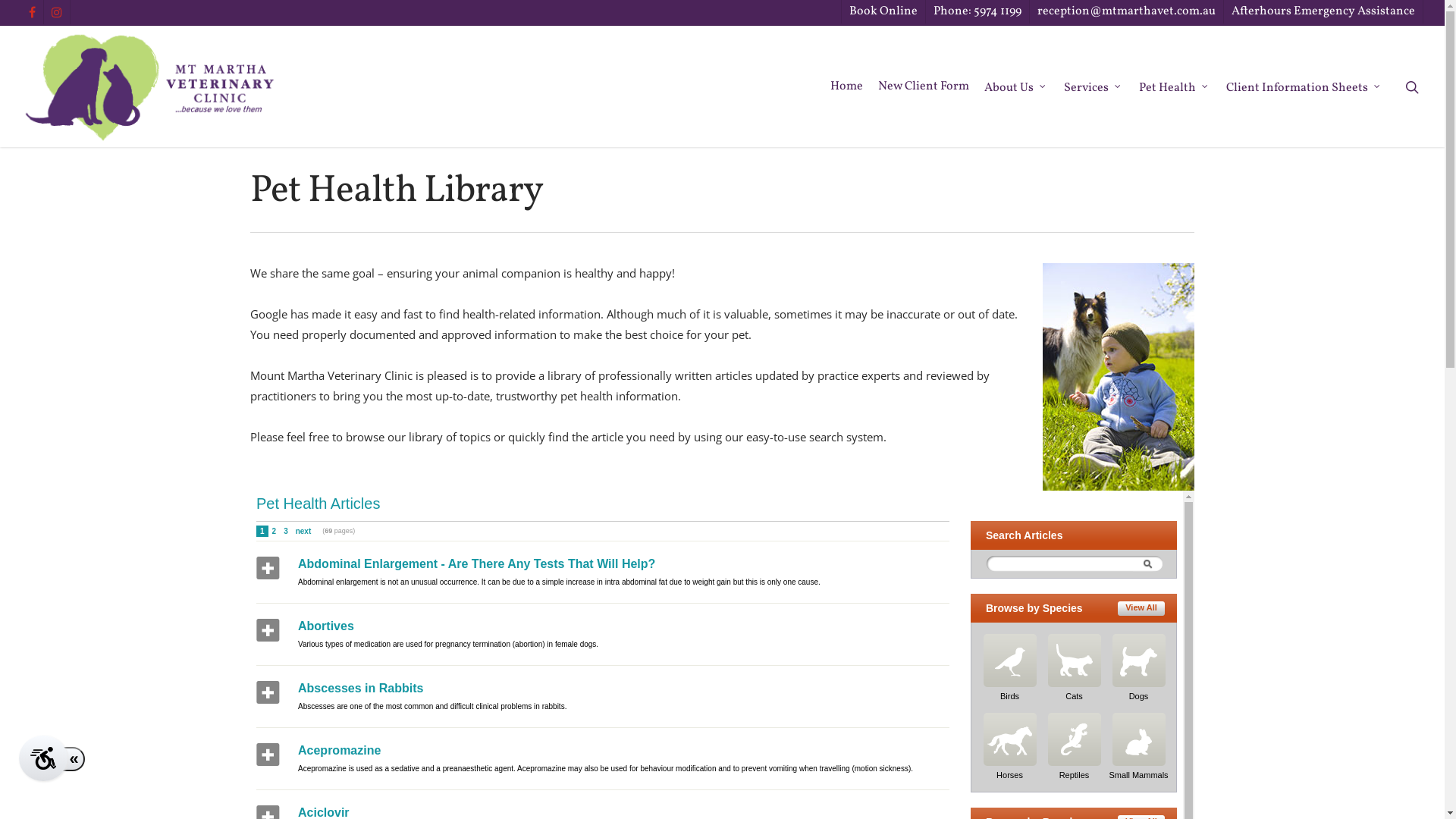  What do you see at coordinates (977, 11) in the screenshot?
I see `'Phone: 5974 1199'` at bounding box center [977, 11].